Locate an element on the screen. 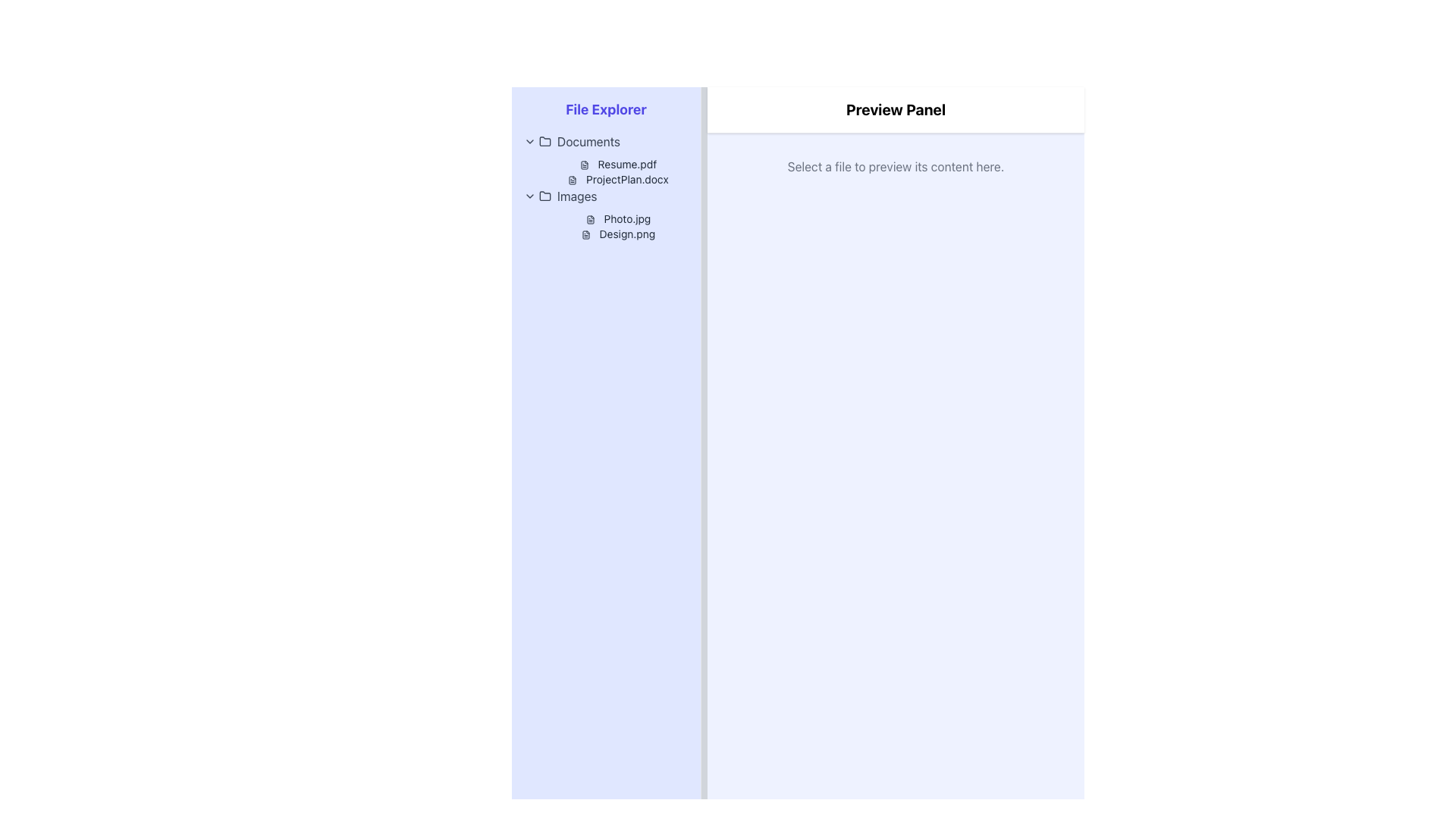 Image resolution: width=1456 pixels, height=819 pixels. the 'Documents' toggleable folder item in the 'File Explorer' section is located at coordinates (605, 141).